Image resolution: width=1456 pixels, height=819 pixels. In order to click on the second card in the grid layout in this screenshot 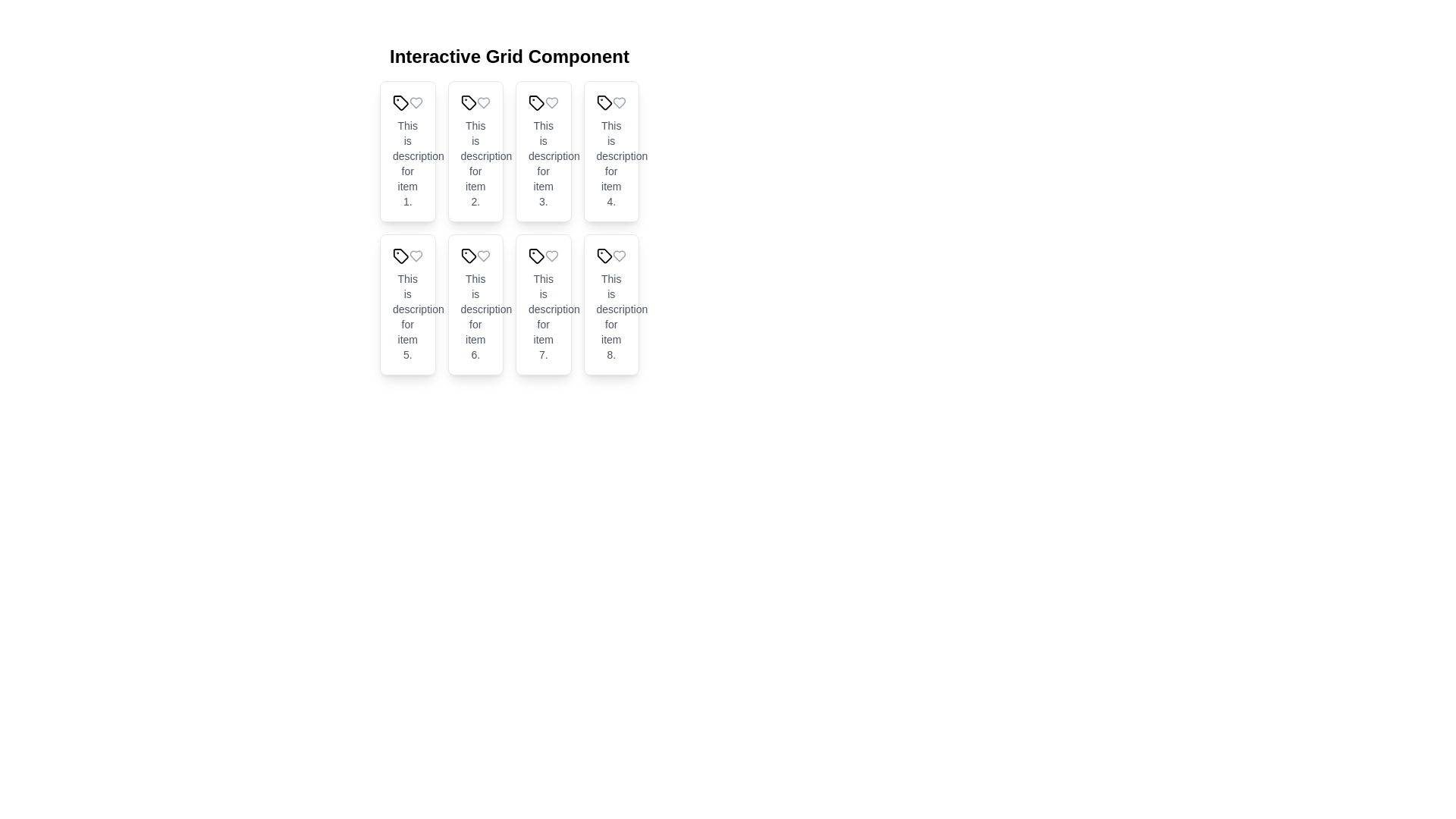, I will do `click(475, 152)`.